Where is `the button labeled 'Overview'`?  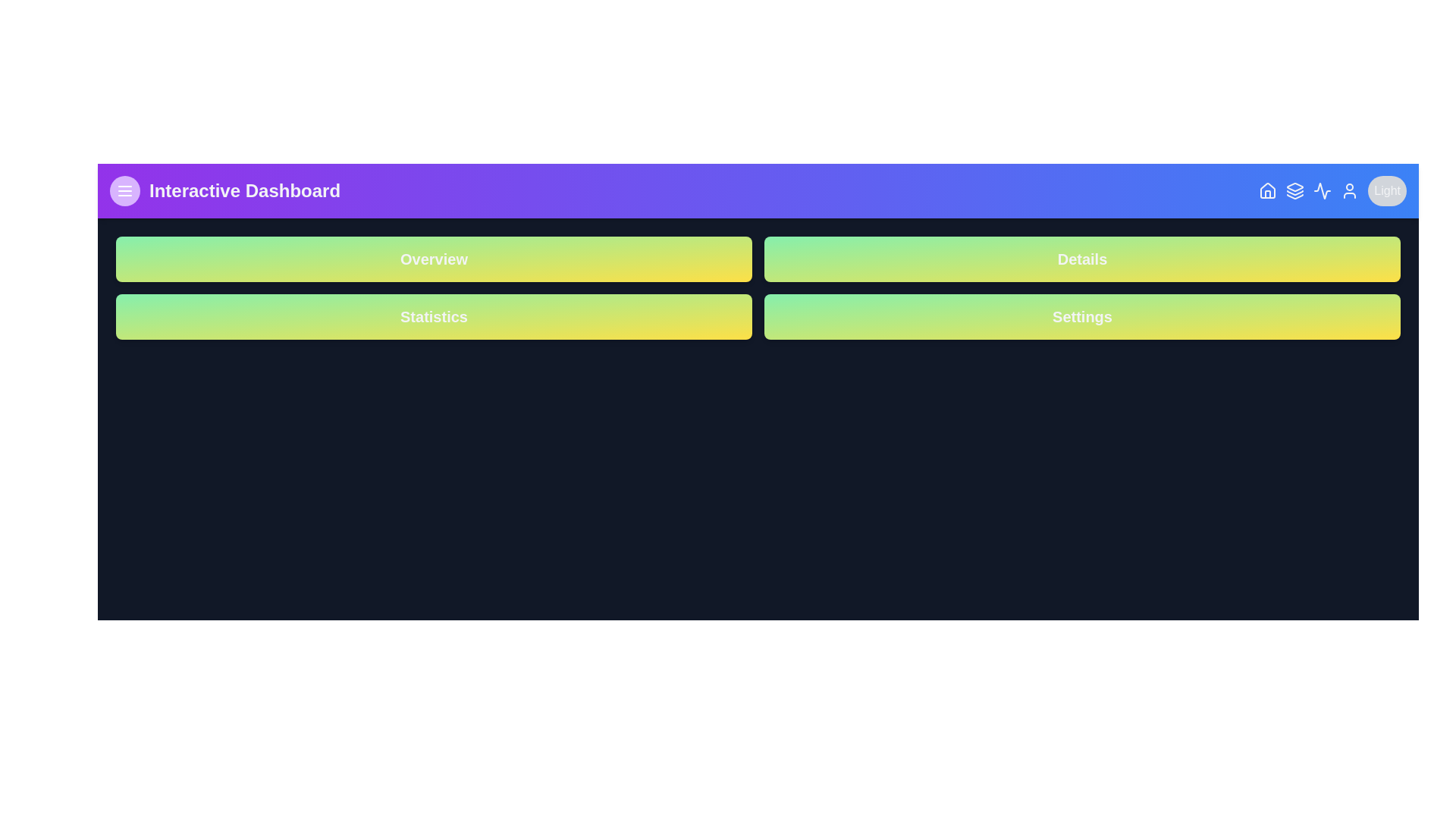 the button labeled 'Overview' is located at coordinates (433, 259).